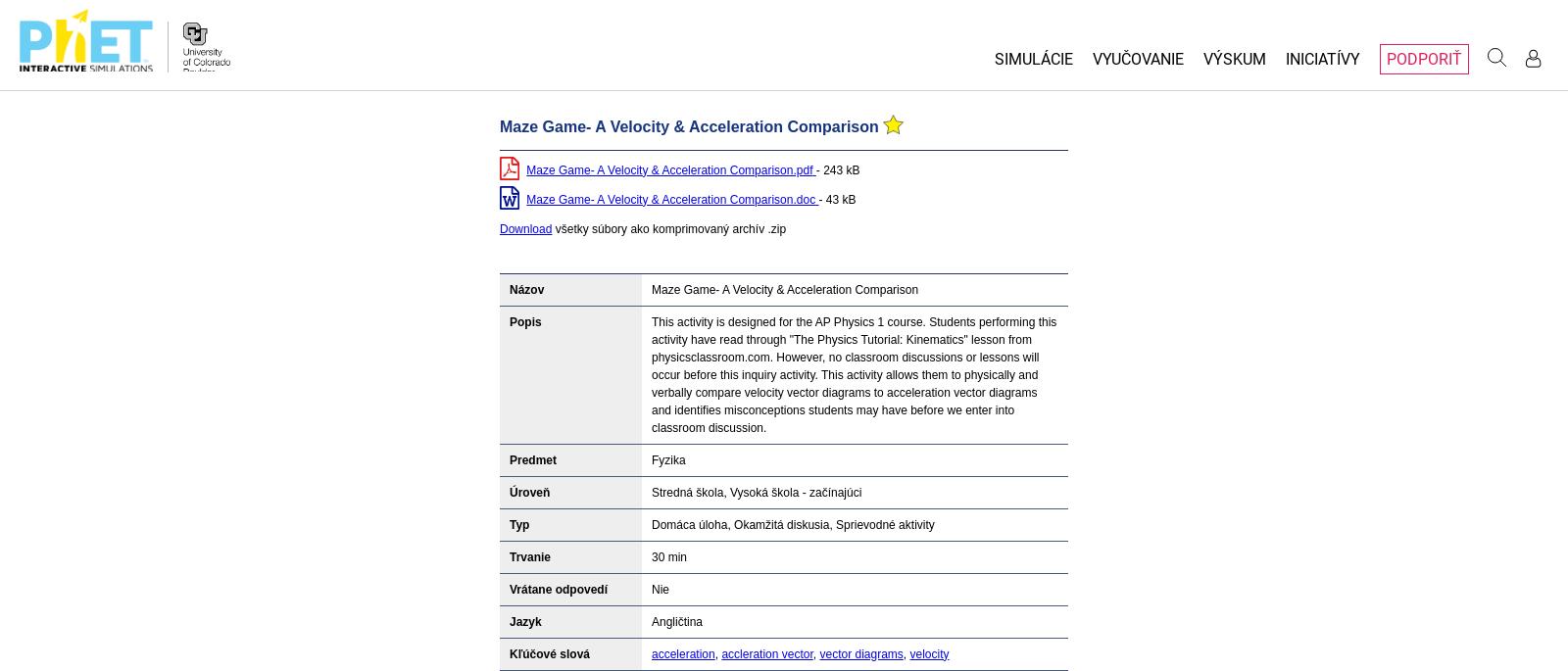 The width and height of the screenshot is (1568, 671). I want to click on 'This activity is designed for the AP Physics 1 course.  Students performing this activity have read through "The Physics Tutorial: Kinematics" lesson from physicsclassroom.com.  However, no classroom discussions or lessons will occur before this inquiry activity.  This activity allows them to physically and verbally compare velocity vector diagrams to acceleration vector diagrams and identifies misconceptions students may have before we enter into classroom discussion.', so click(651, 373).